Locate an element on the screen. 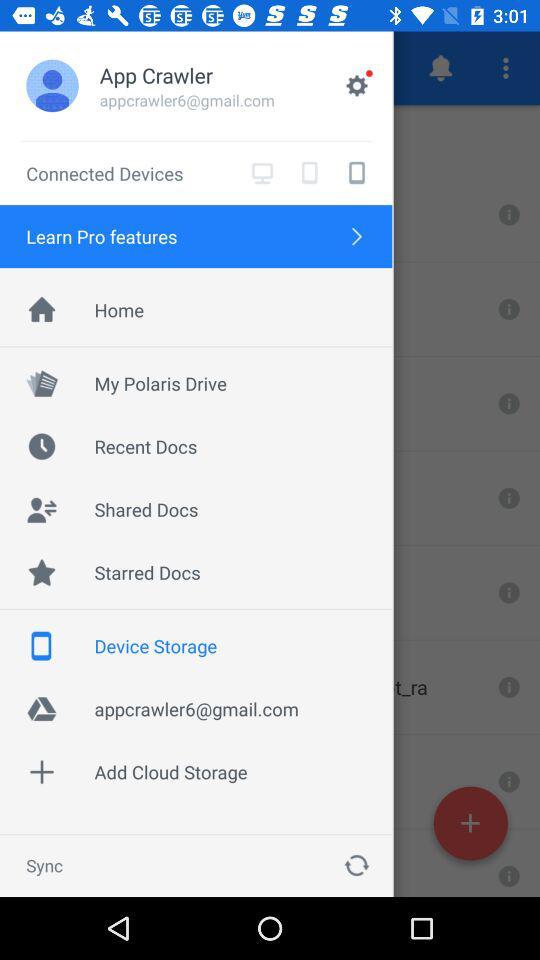 This screenshot has width=540, height=960. the add icon is located at coordinates (470, 827).